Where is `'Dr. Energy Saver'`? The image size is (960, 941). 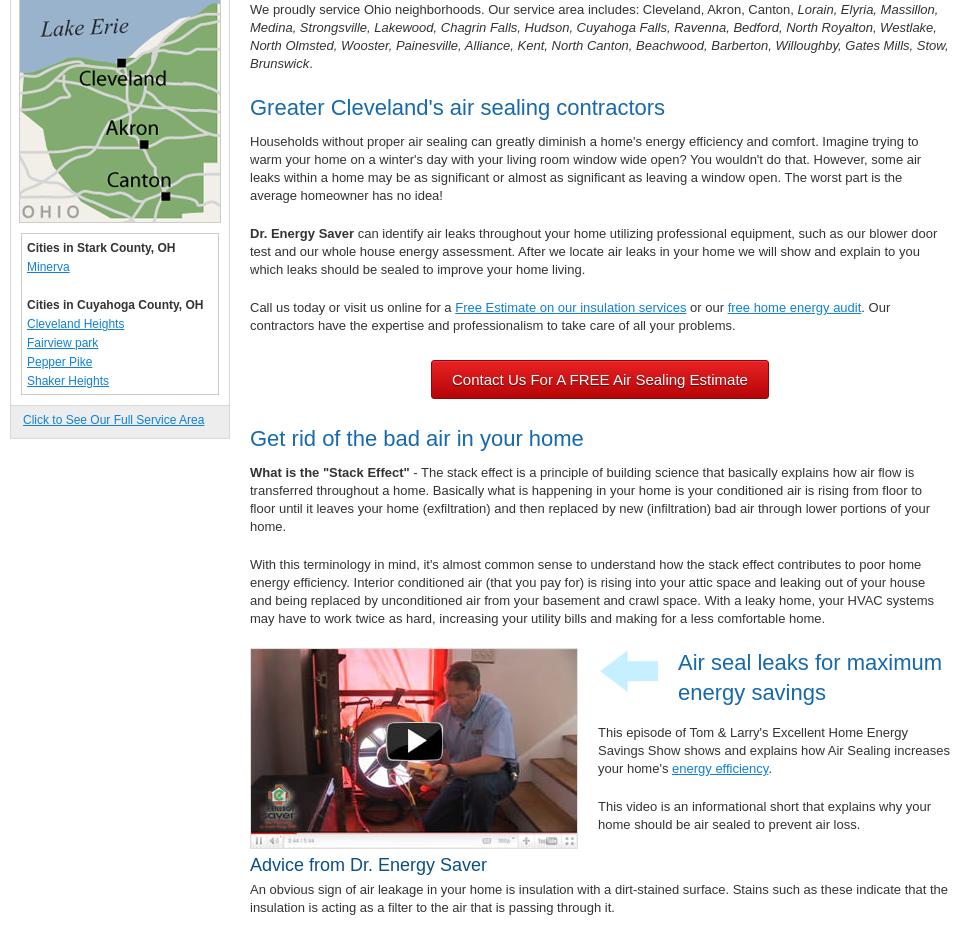 'Dr. Energy Saver' is located at coordinates (248, 232).